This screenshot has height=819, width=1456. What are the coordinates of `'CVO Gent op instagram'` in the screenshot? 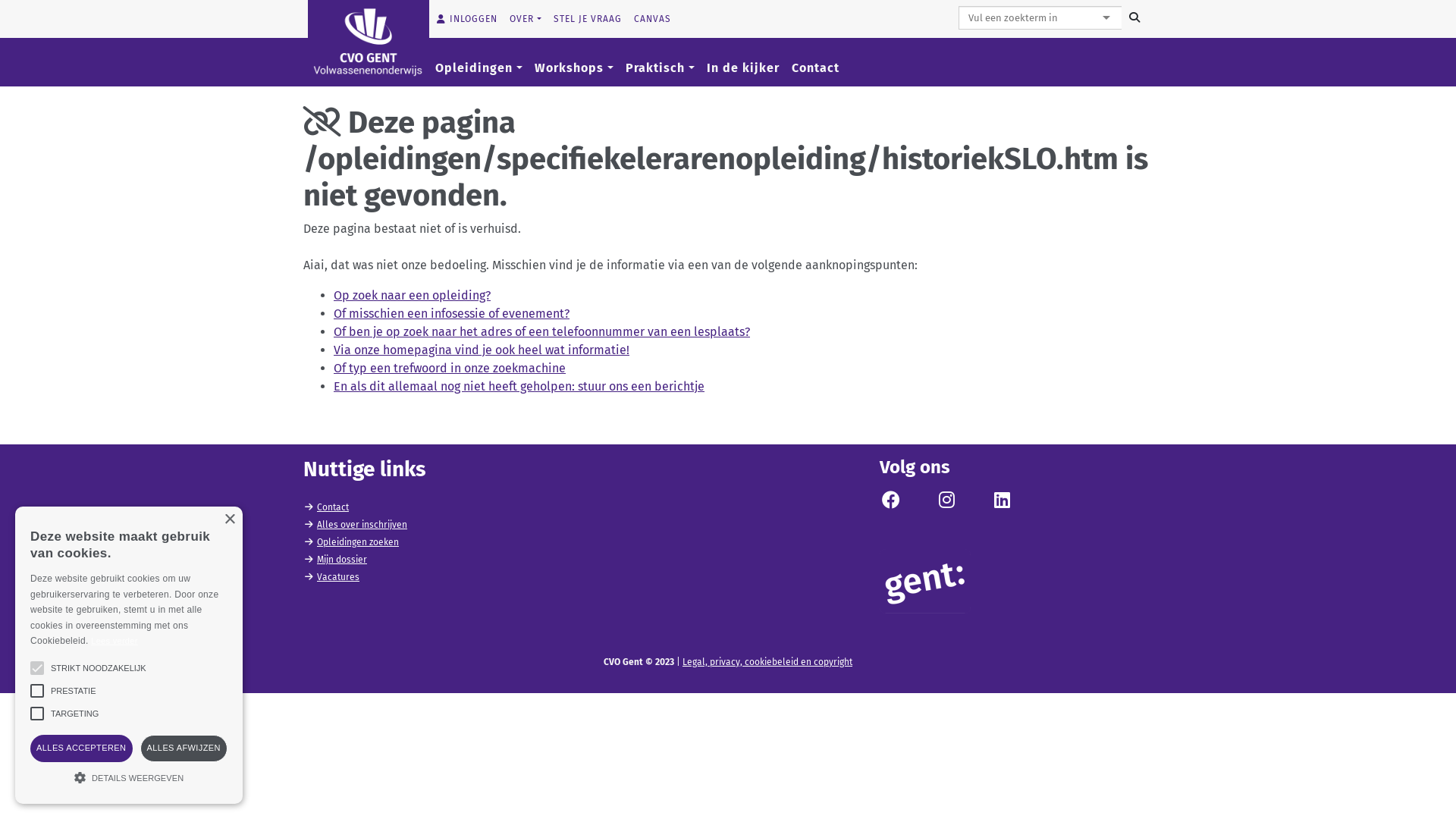 It's located at (946, 503).